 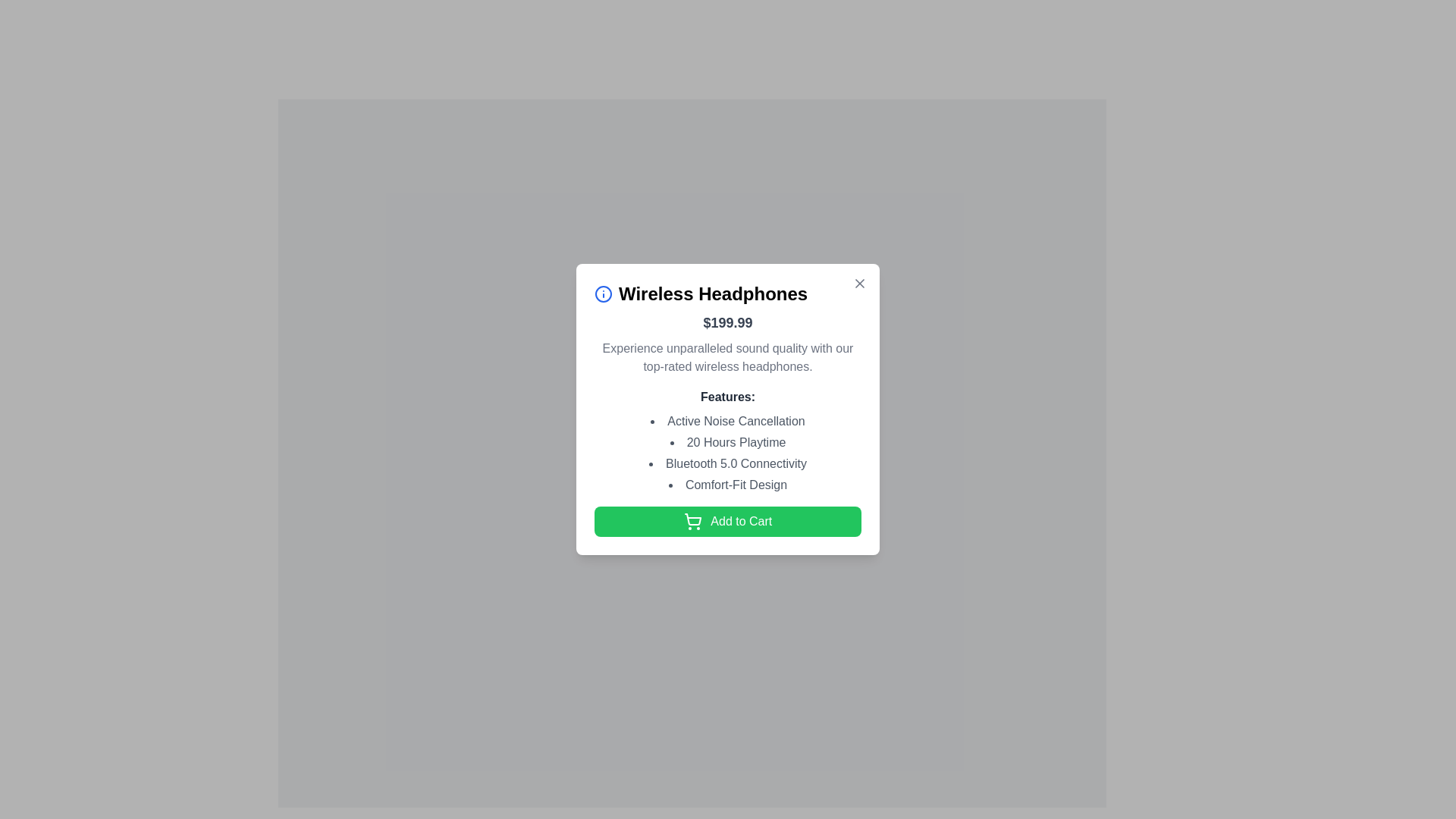 I want to click on text label describing the product feature which states '20 hours of playtime capability', located as the second item under the 'Features:' section, so click(x=728, y=441).